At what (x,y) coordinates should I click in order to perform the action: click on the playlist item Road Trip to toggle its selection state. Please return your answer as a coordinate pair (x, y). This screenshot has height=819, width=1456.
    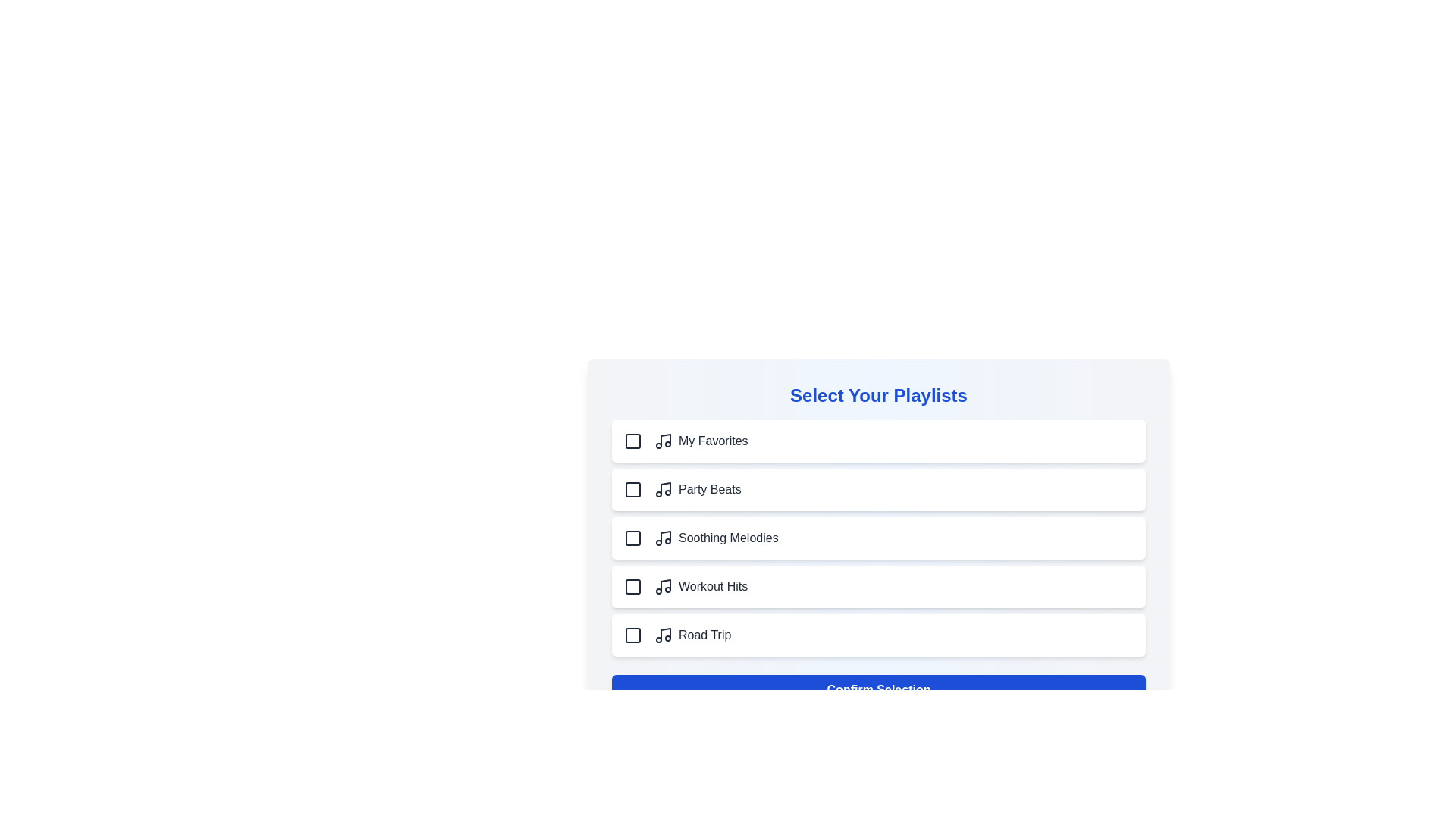
    Looking at the image, I should click on (878, 635).